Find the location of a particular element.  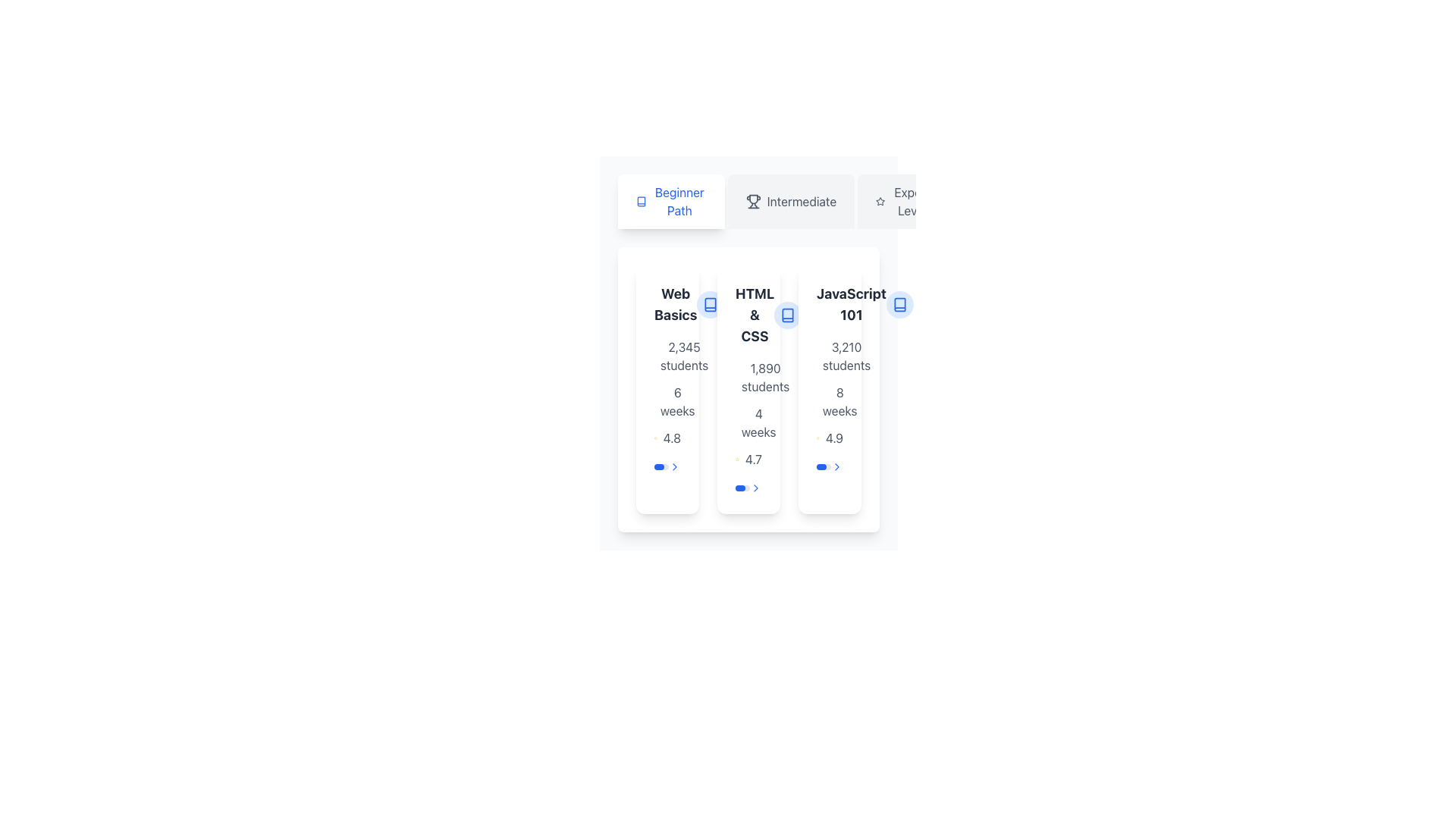

the text label displaying '1,890 students' in gray font, located in the upper section of the second card beneath the title 'HTML & CSS' is located at coordinates (748, 376).